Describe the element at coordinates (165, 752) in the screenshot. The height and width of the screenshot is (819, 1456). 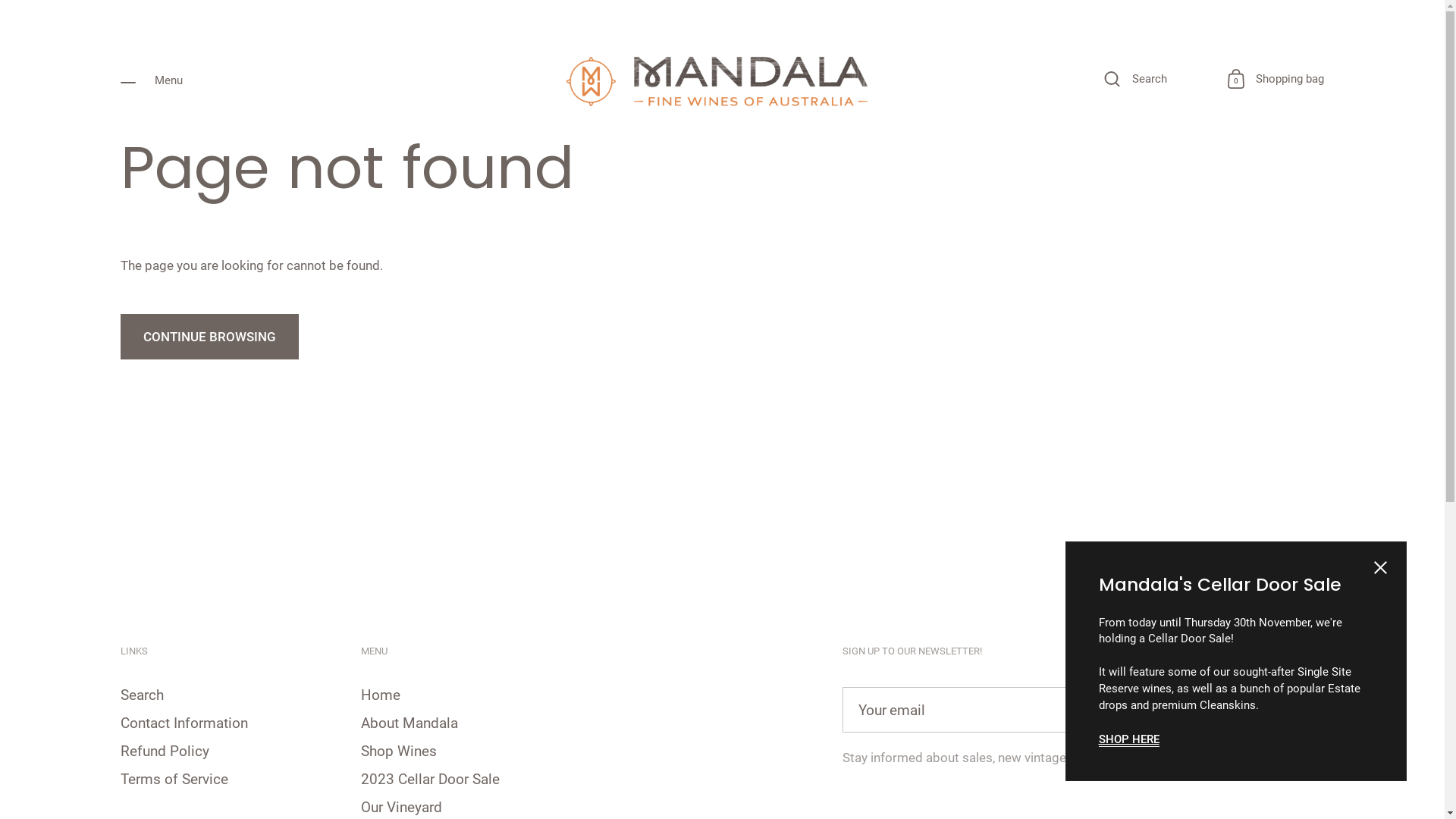
I see `'Refund Policy'` at that location.